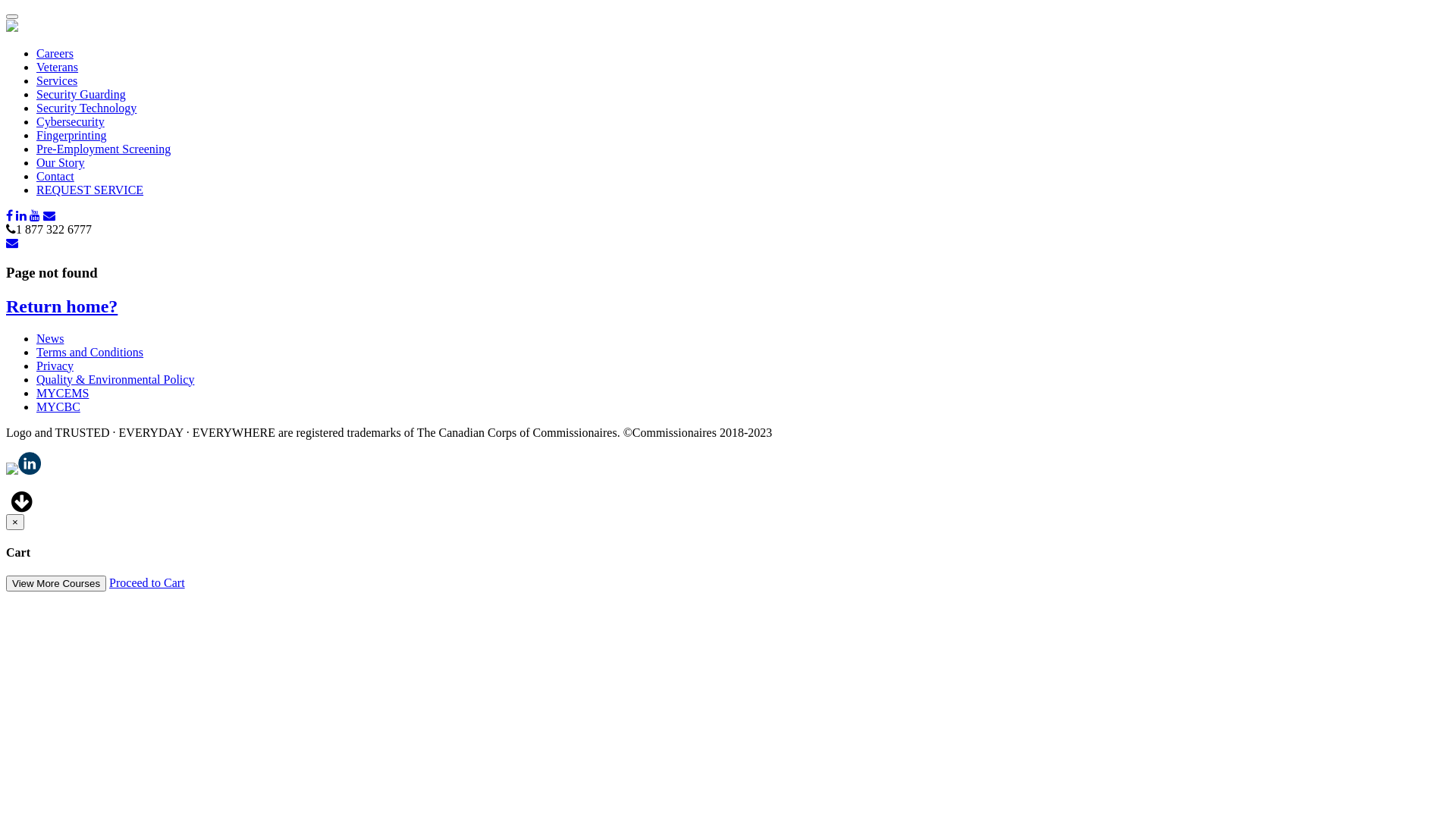 The height and width of the screenshot is (819, 1456). Describe the element at coordinates (11, 17) in the screenshot. I see `'Toggle navigation'` at that location.